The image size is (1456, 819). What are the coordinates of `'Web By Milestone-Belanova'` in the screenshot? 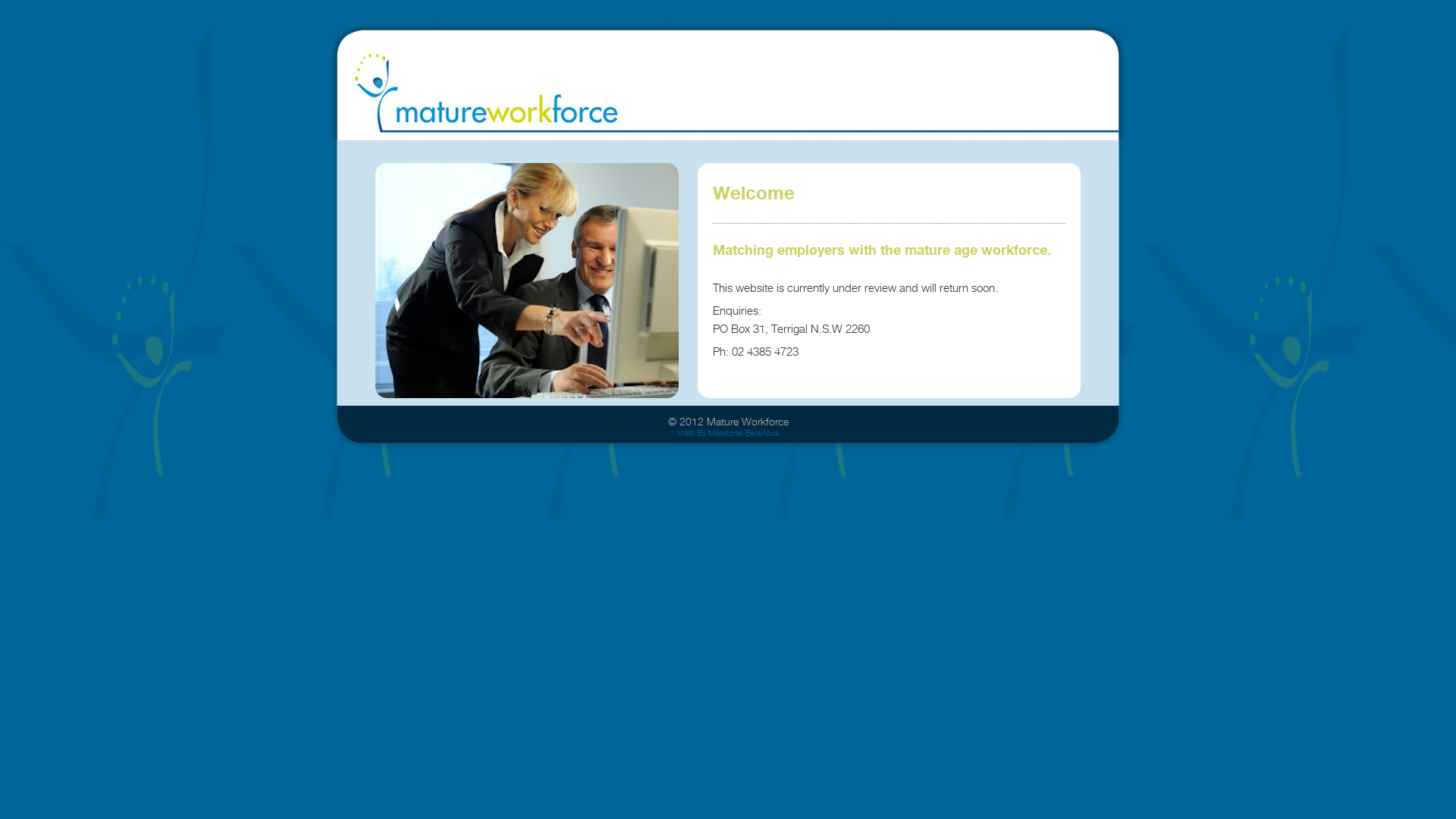 It's located at (728, 432).